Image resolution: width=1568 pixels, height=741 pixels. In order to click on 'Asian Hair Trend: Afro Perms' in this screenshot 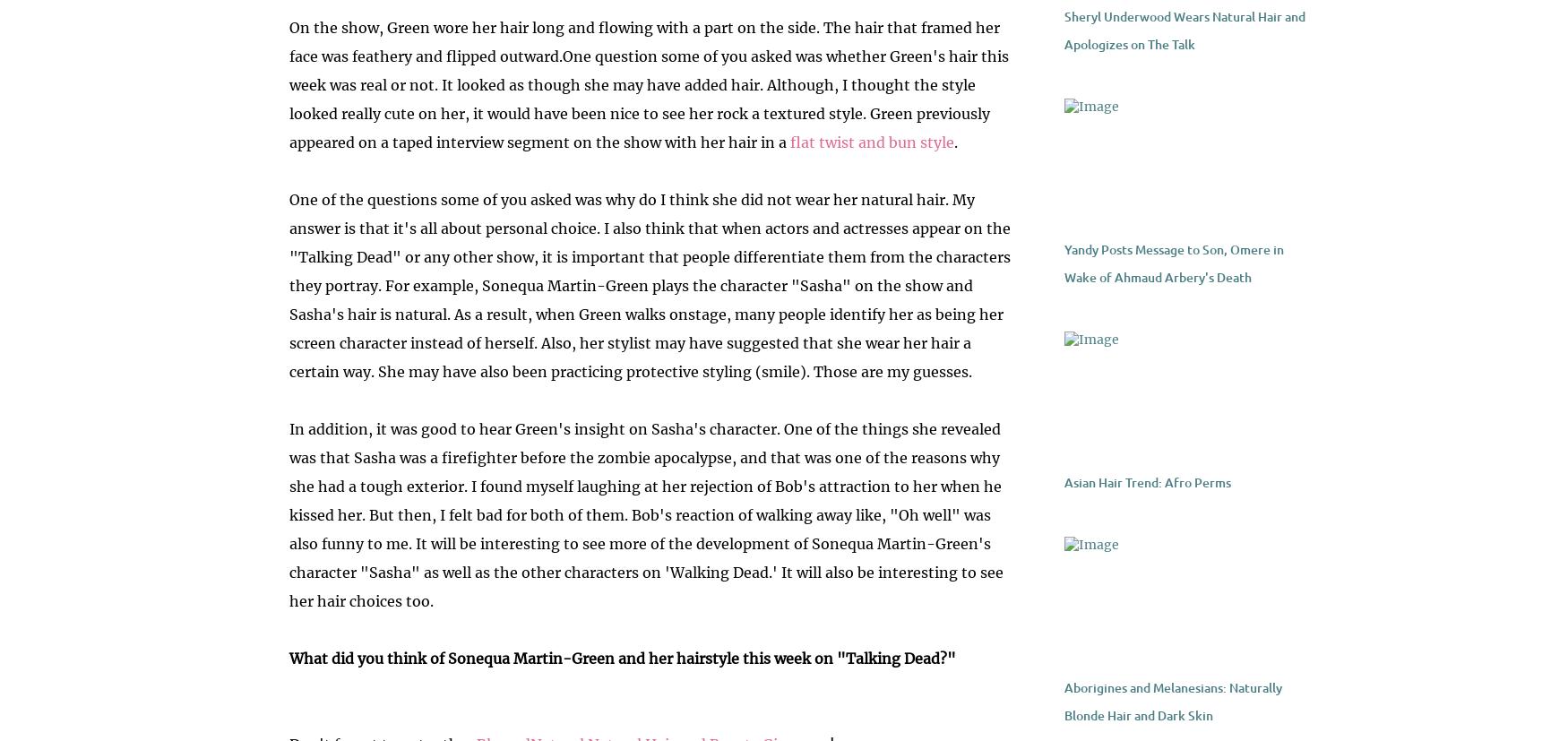, I will do `click(1145, 482)`.